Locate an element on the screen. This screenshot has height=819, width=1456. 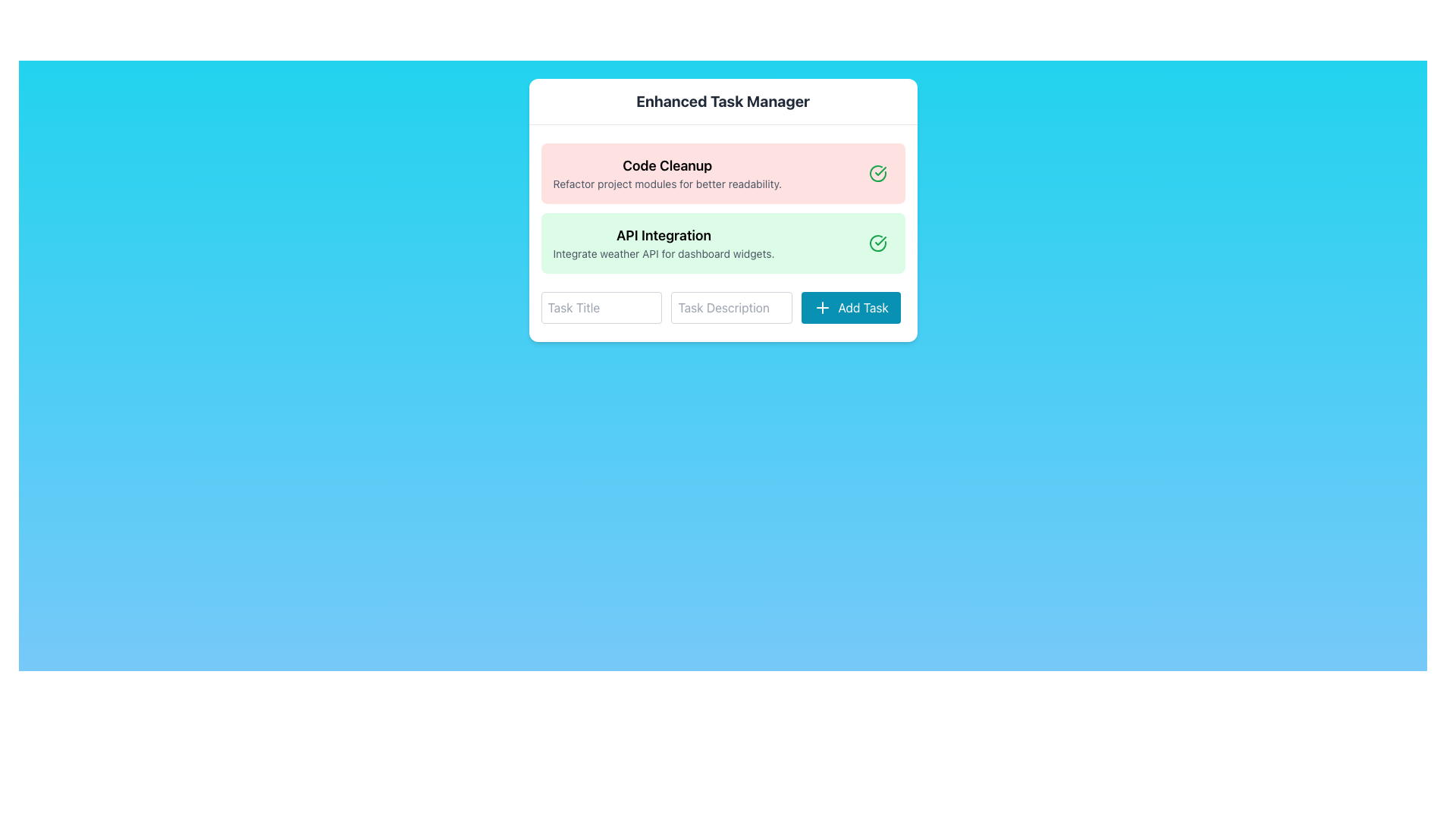
the interactive icon indicating task completion for 'Code Cleanup' is located at coordinates (877, 172).